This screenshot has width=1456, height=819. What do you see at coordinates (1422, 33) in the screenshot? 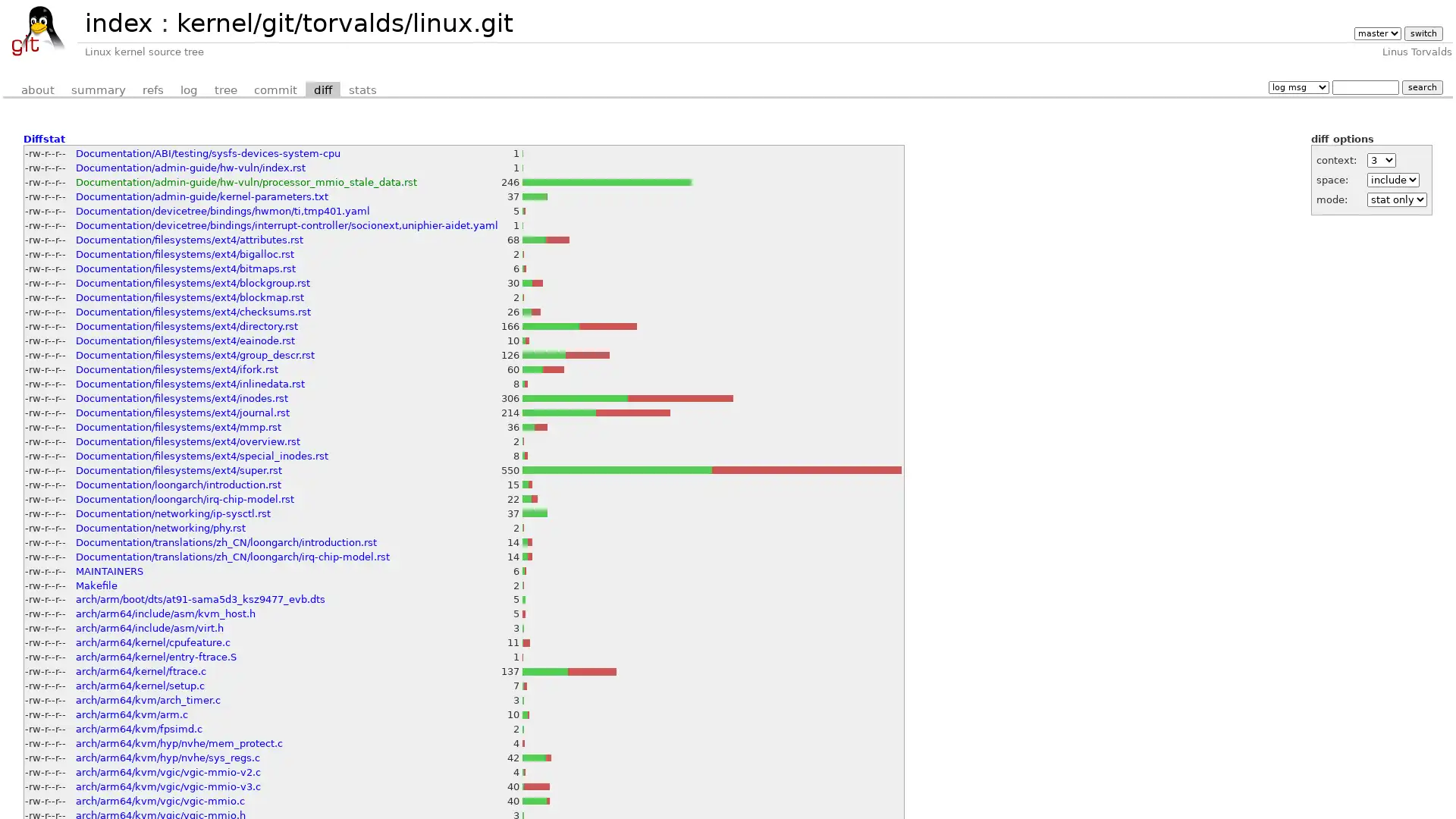
I see `switch` at bounding box center [1422, 33].